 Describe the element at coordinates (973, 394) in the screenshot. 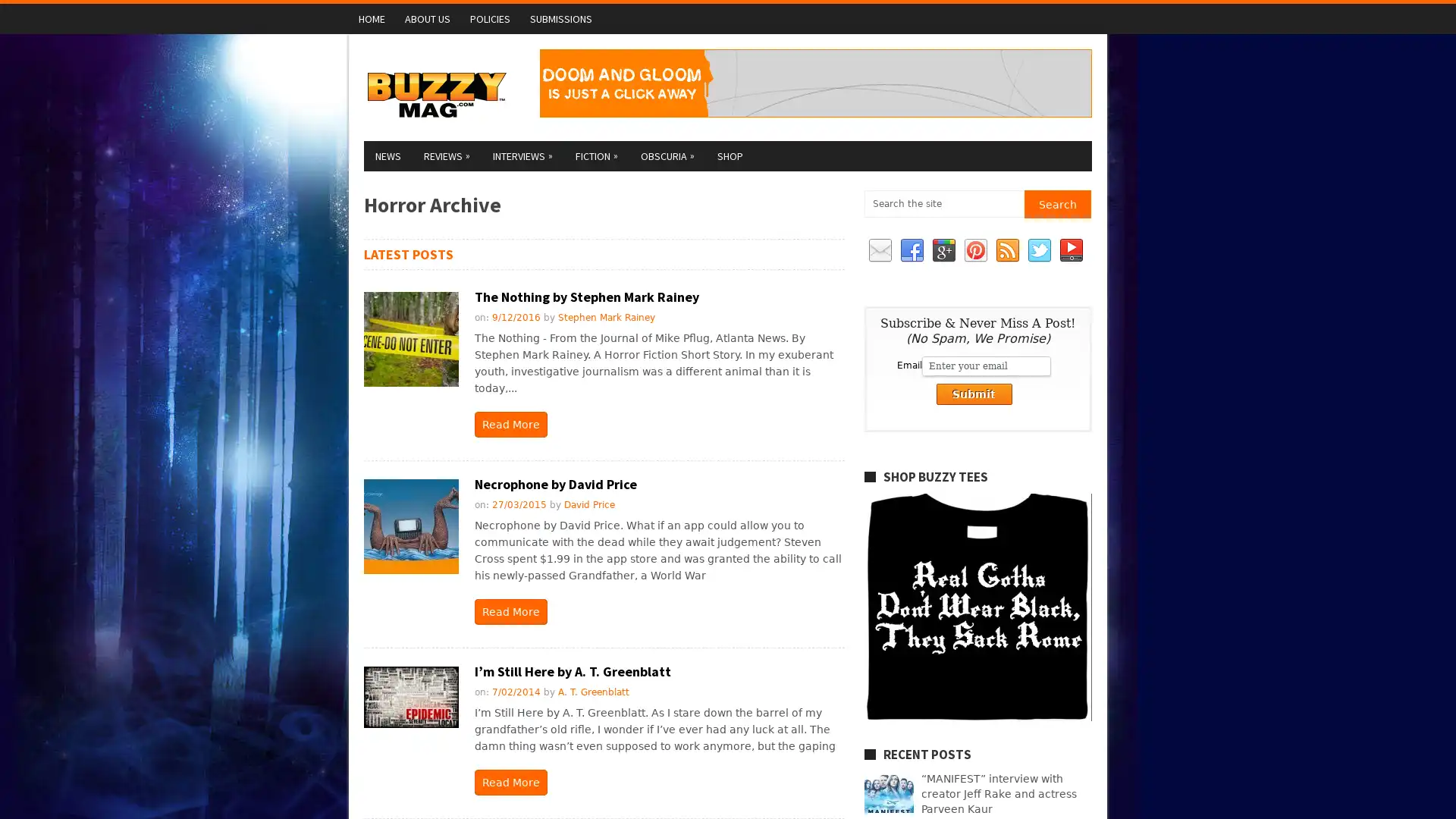

I see `Submit` at that location.